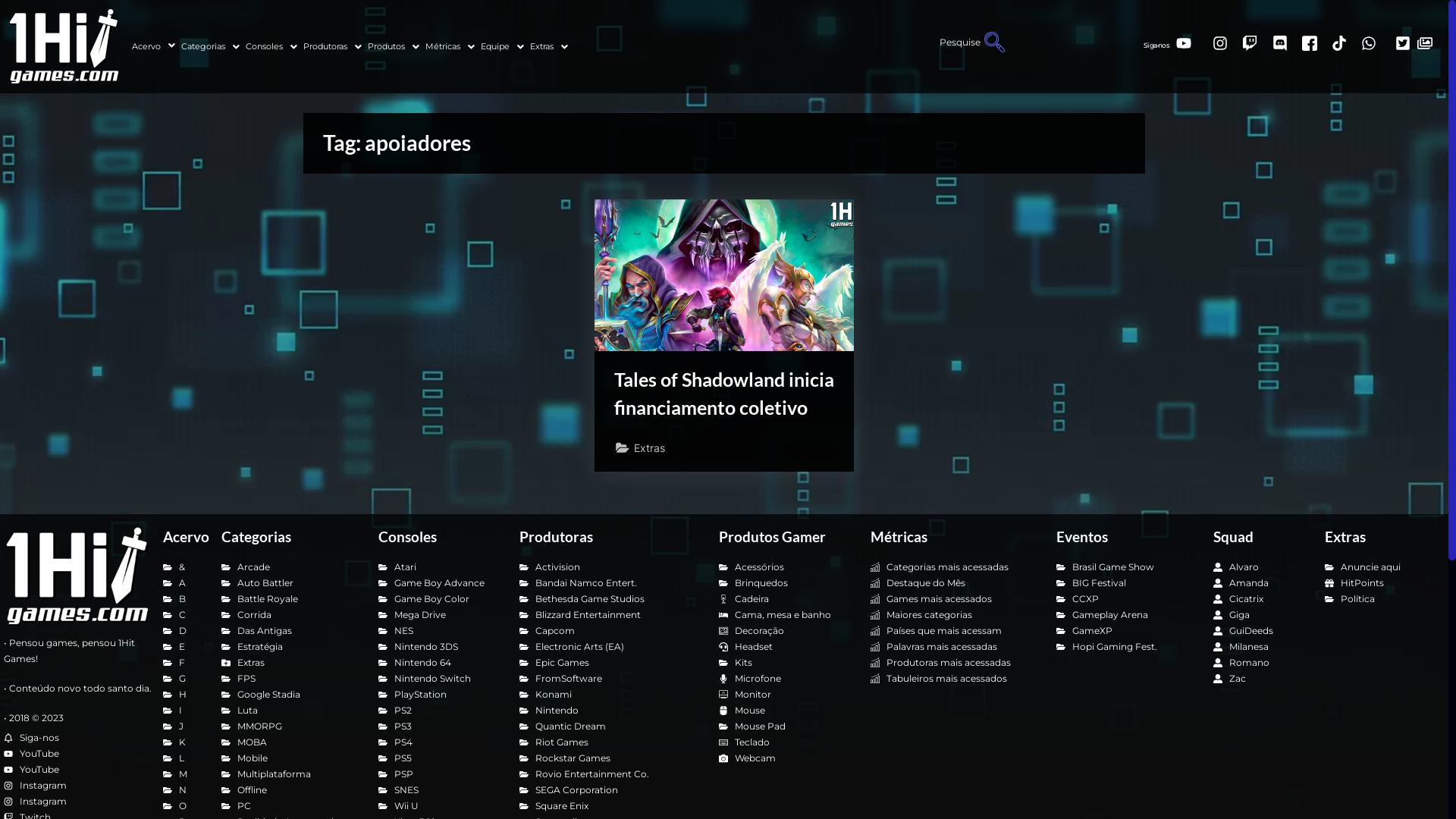 The width and height of the screenshot is (1456, 819). I want to click on 'Bethesda Game Studios', so click(611, 598).